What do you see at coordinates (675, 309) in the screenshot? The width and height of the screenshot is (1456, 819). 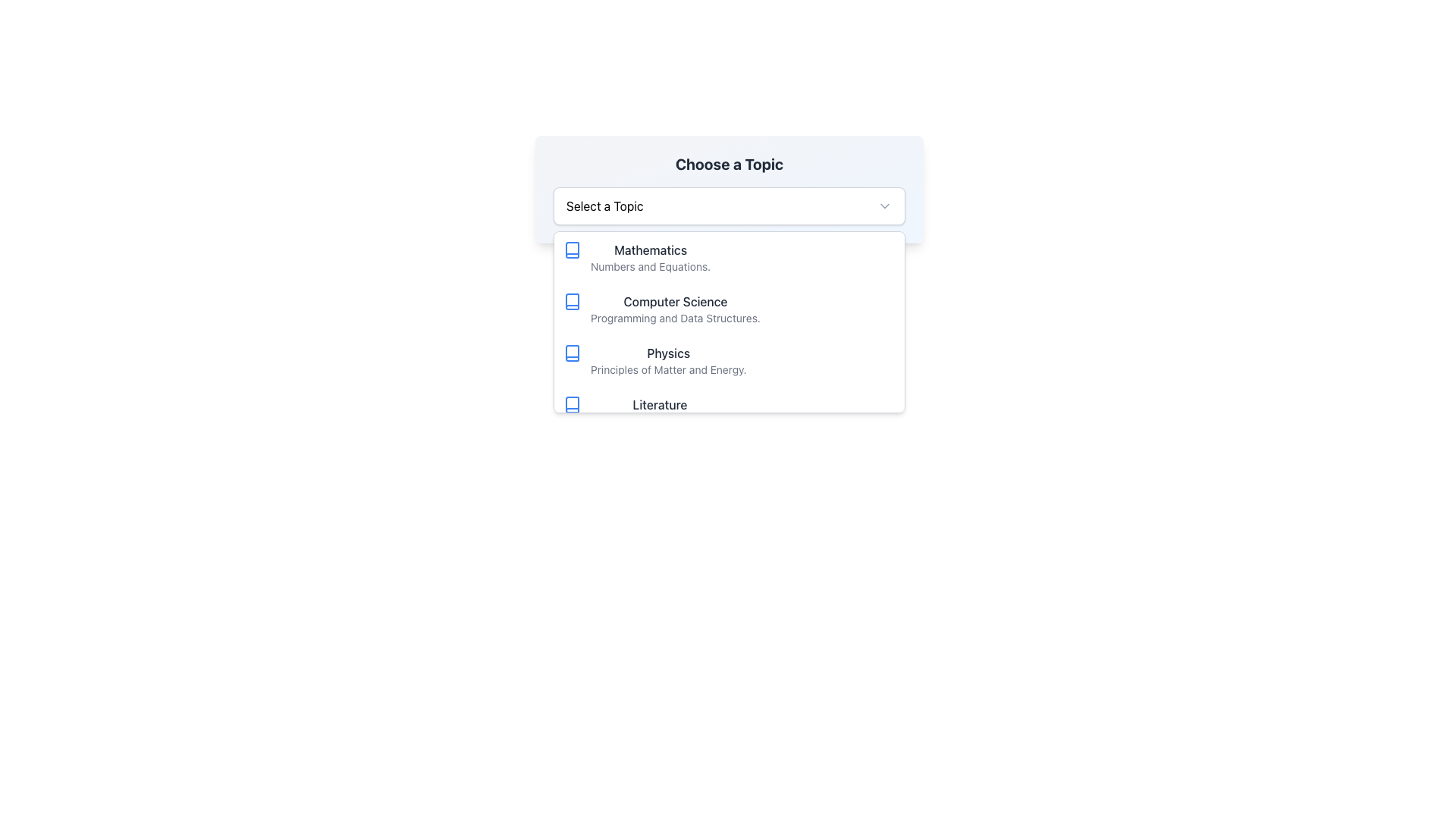 I see `the text block labeled 'Computer Science' which is the second selectable item in the list of topics` at bounding box center [675, 309].